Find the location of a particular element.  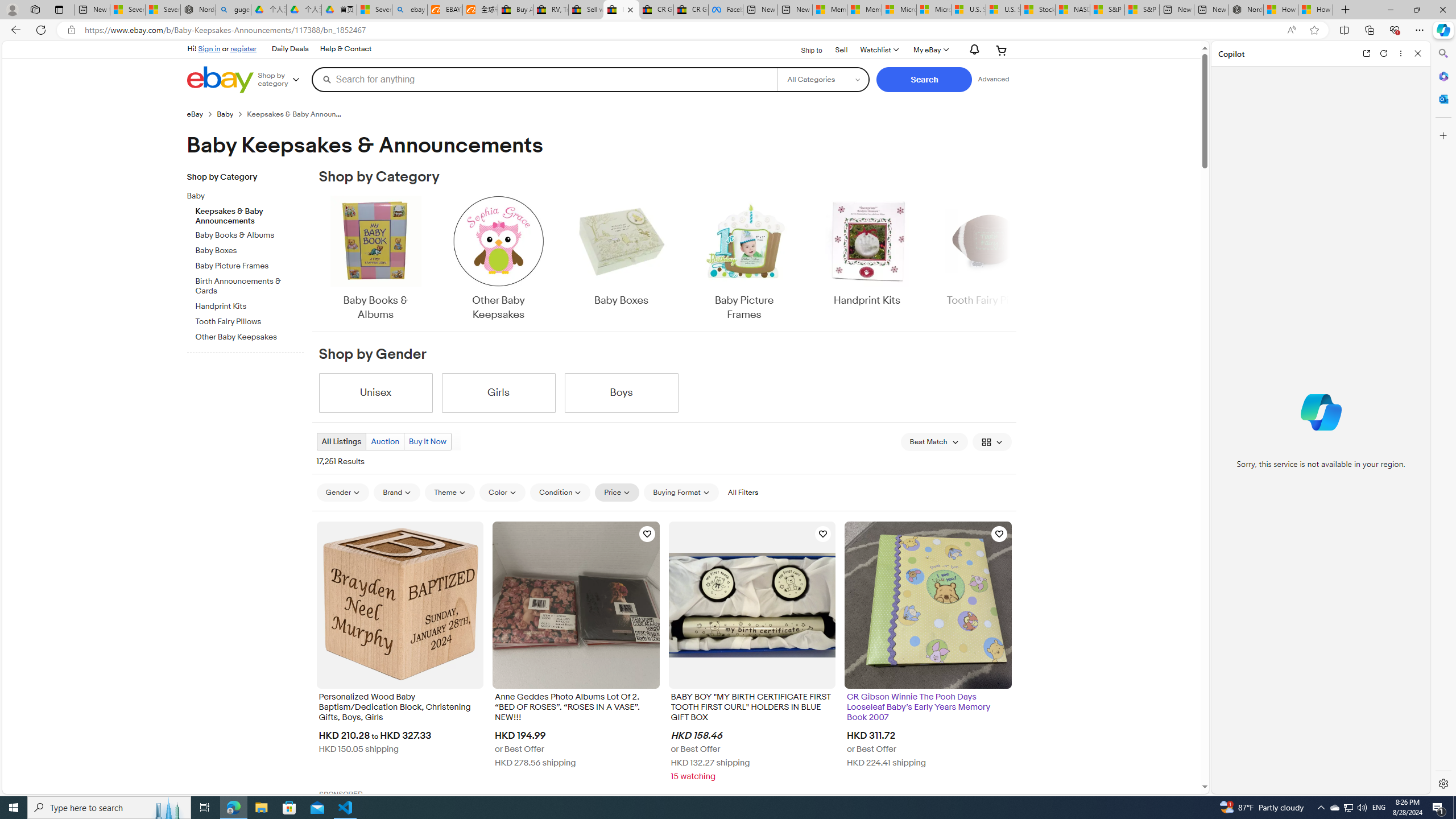

'eBay' is located at coordinates (195, 113).